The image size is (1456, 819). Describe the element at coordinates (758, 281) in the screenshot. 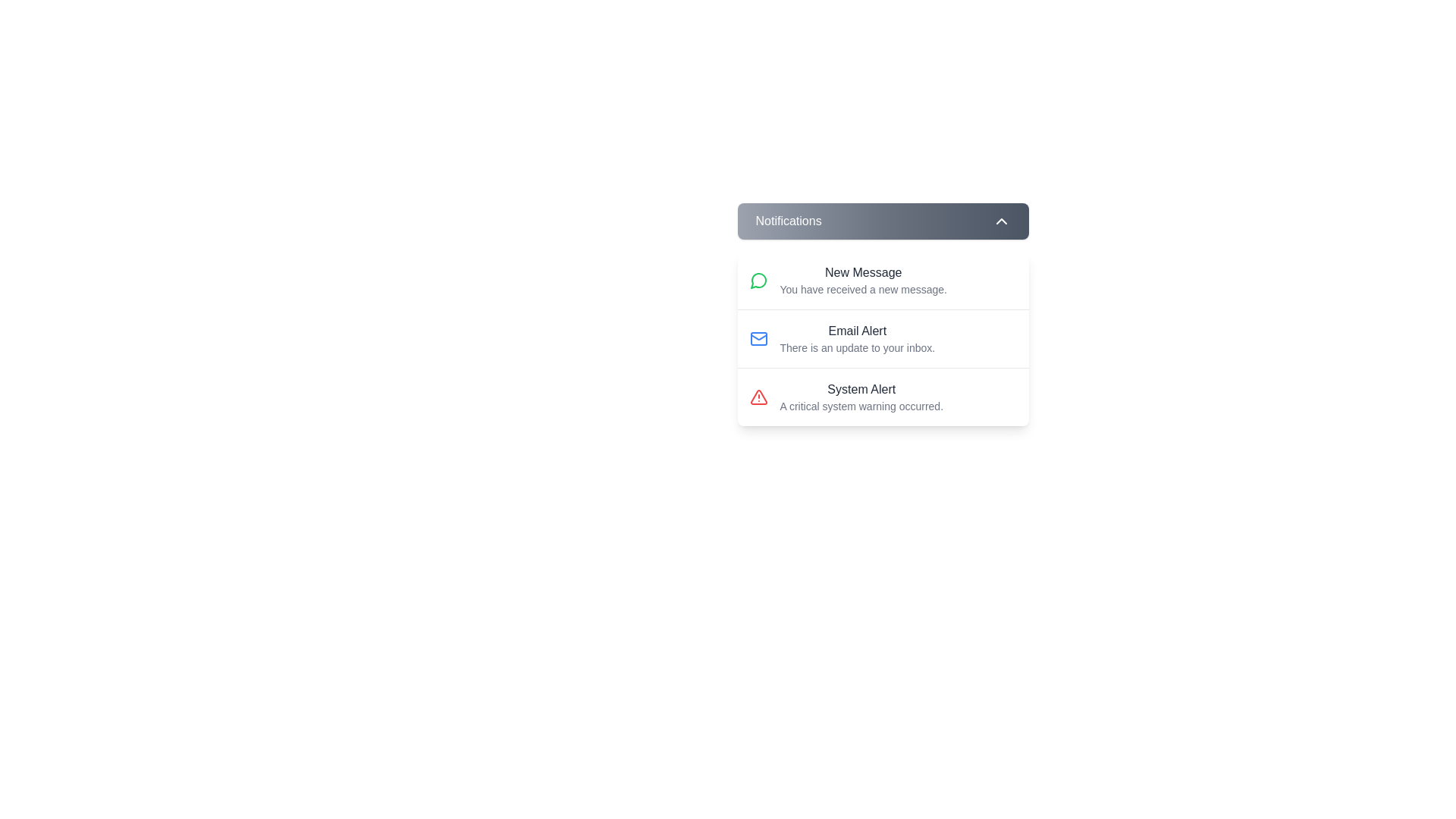

I see `on the first notification icon in the notification center, which serves as a visual indicator for messages` at that location.